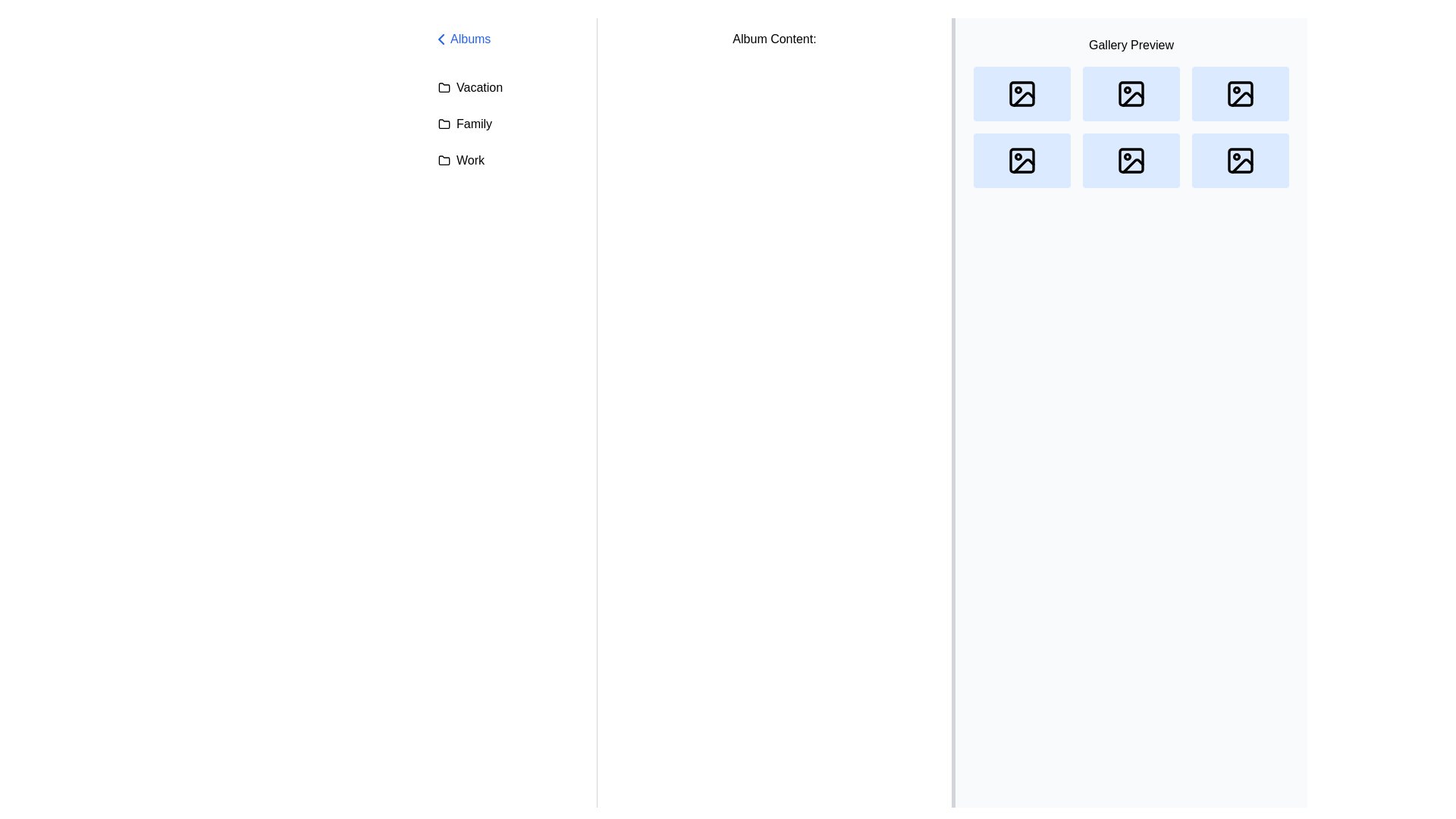 This screenshot has height=819, width=1456. I want to click on the image placeholder icon located in the top row and third column of the Gallery Preview section, so click(1241, 93).